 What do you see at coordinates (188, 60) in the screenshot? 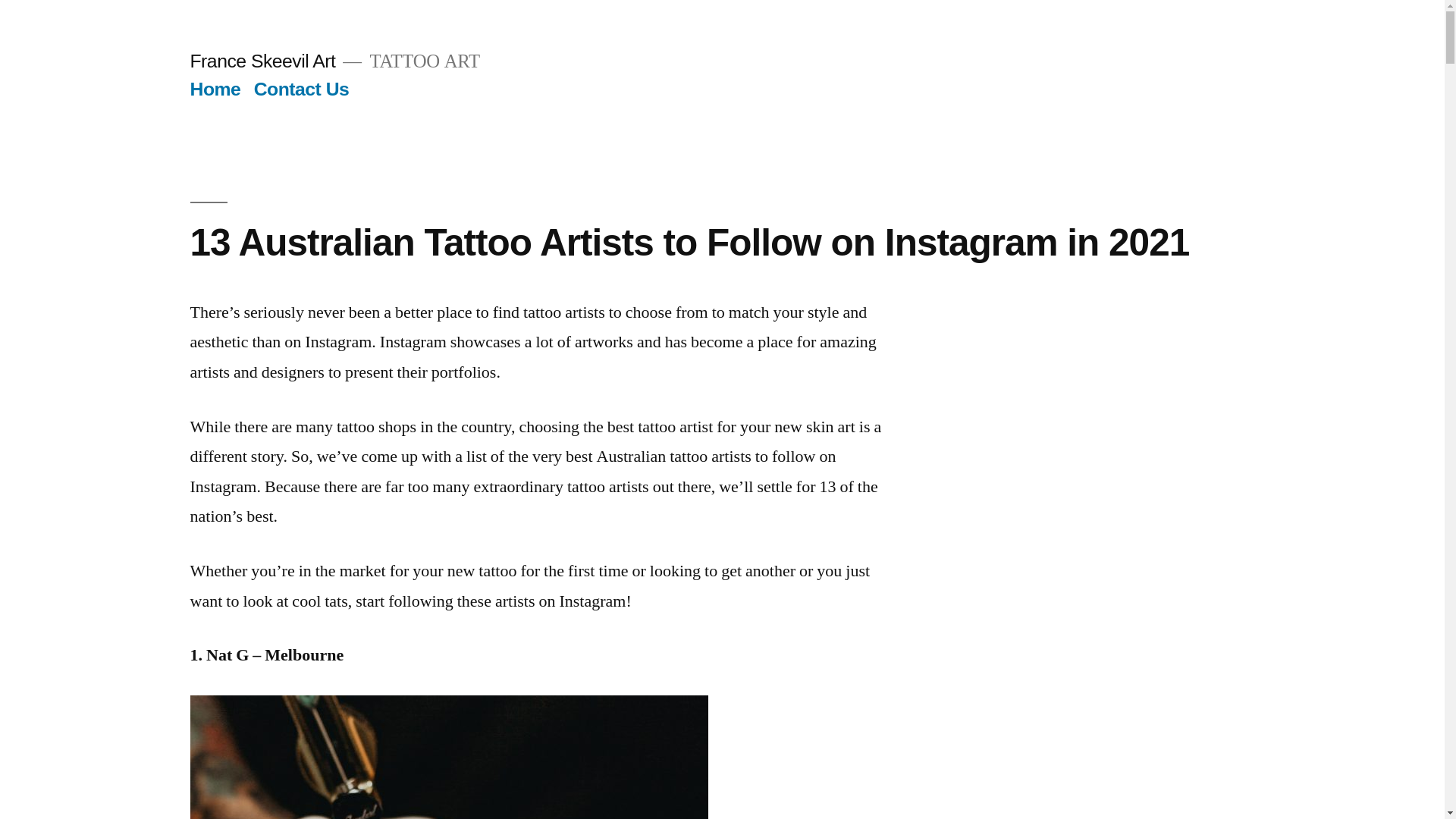
I see `'France Skeevil Art'` at bounding box center [188, 60].